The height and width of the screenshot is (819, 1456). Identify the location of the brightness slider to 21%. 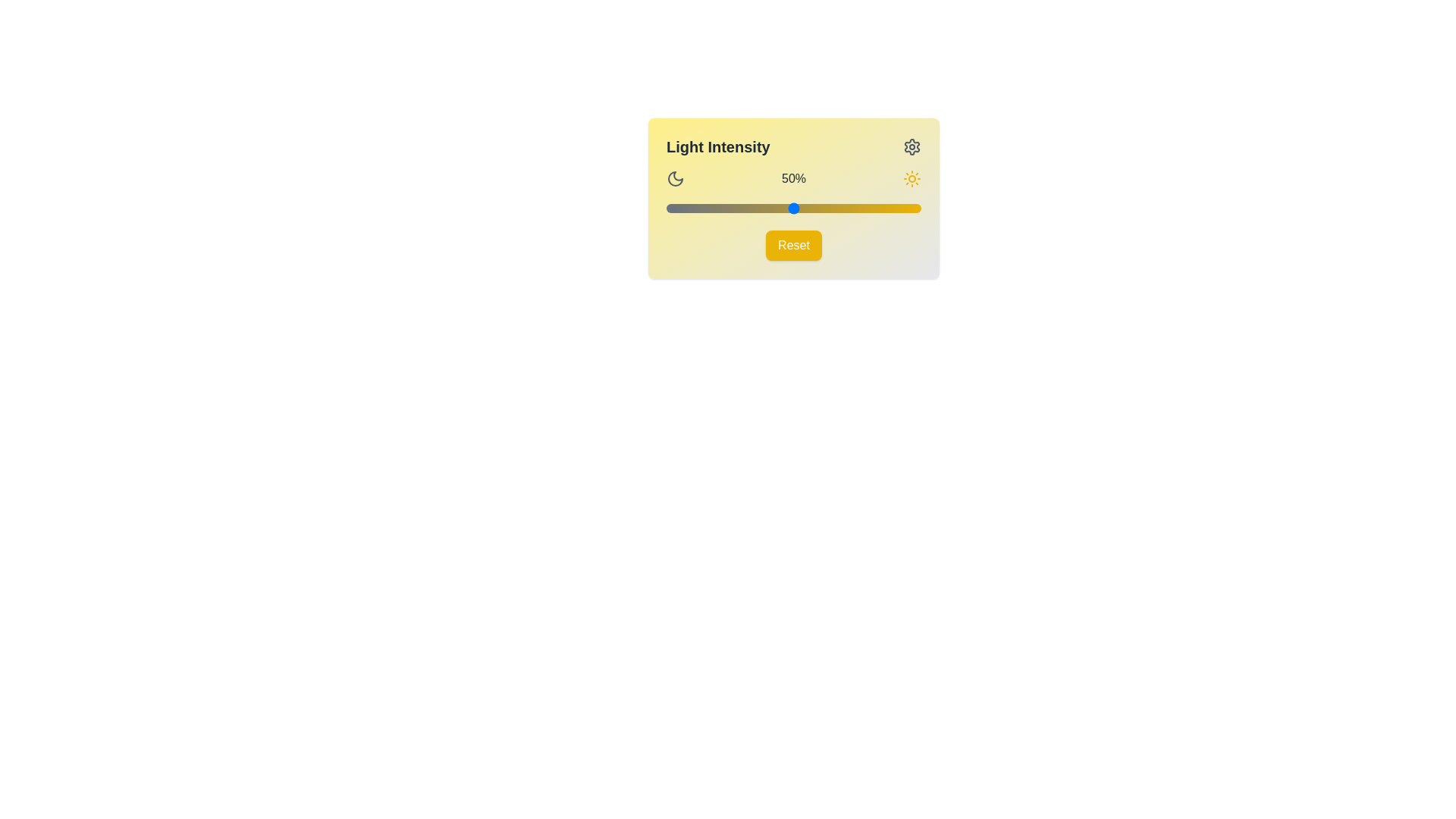
(719, 208).